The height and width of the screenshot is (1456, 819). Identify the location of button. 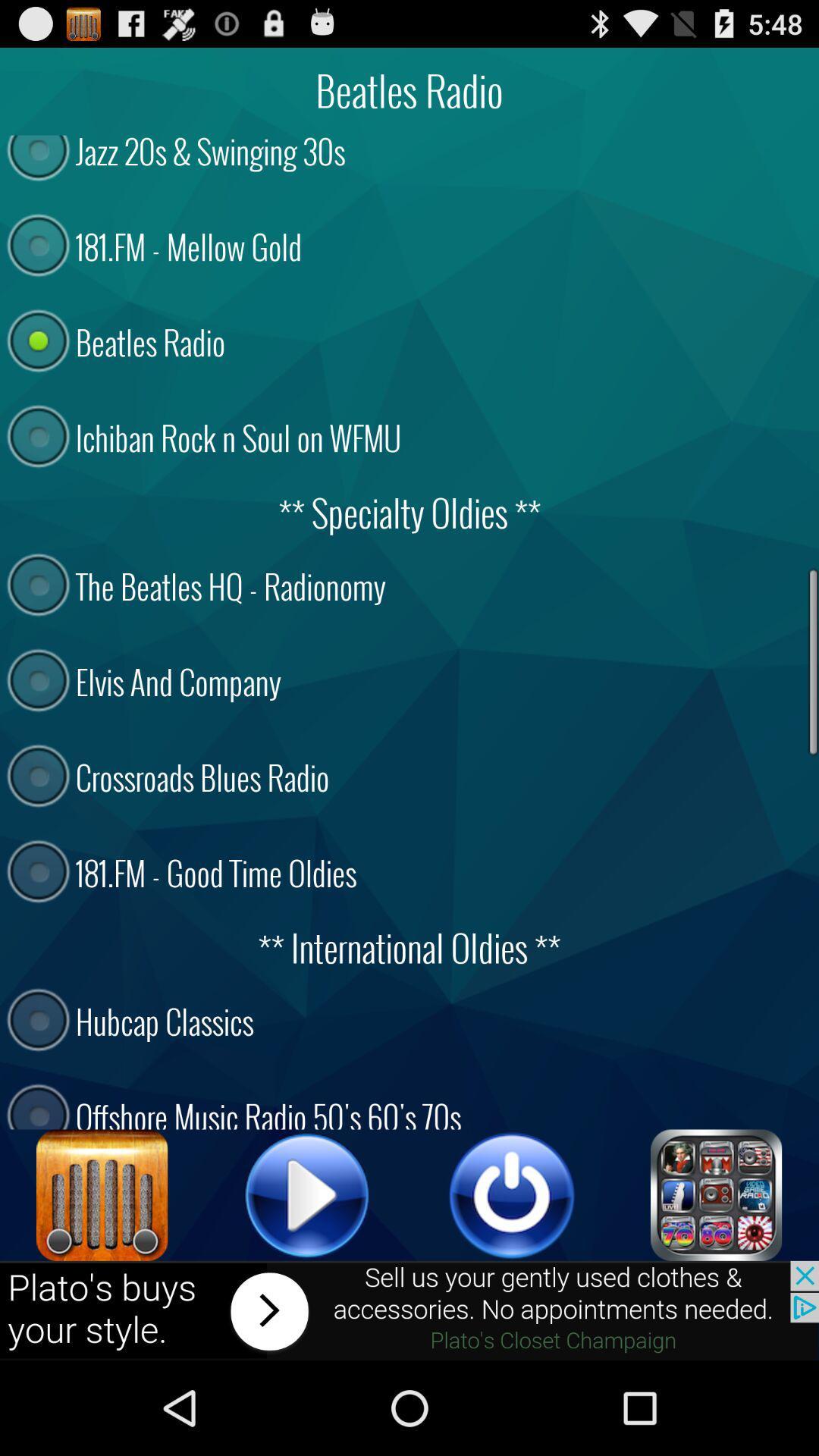
(307, 1194).